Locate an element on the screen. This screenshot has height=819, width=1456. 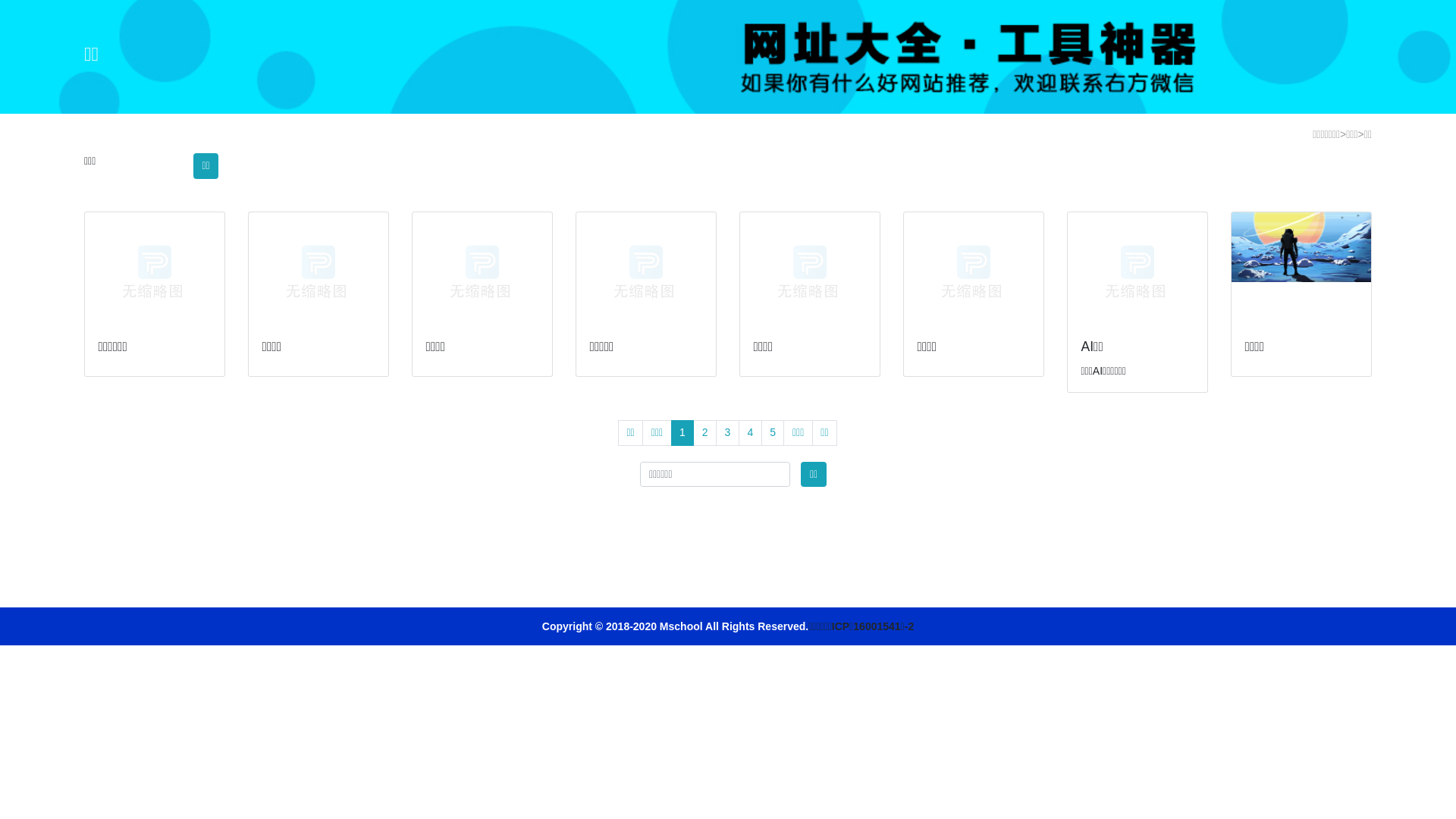
'3' is located at coordinates (726, 432).